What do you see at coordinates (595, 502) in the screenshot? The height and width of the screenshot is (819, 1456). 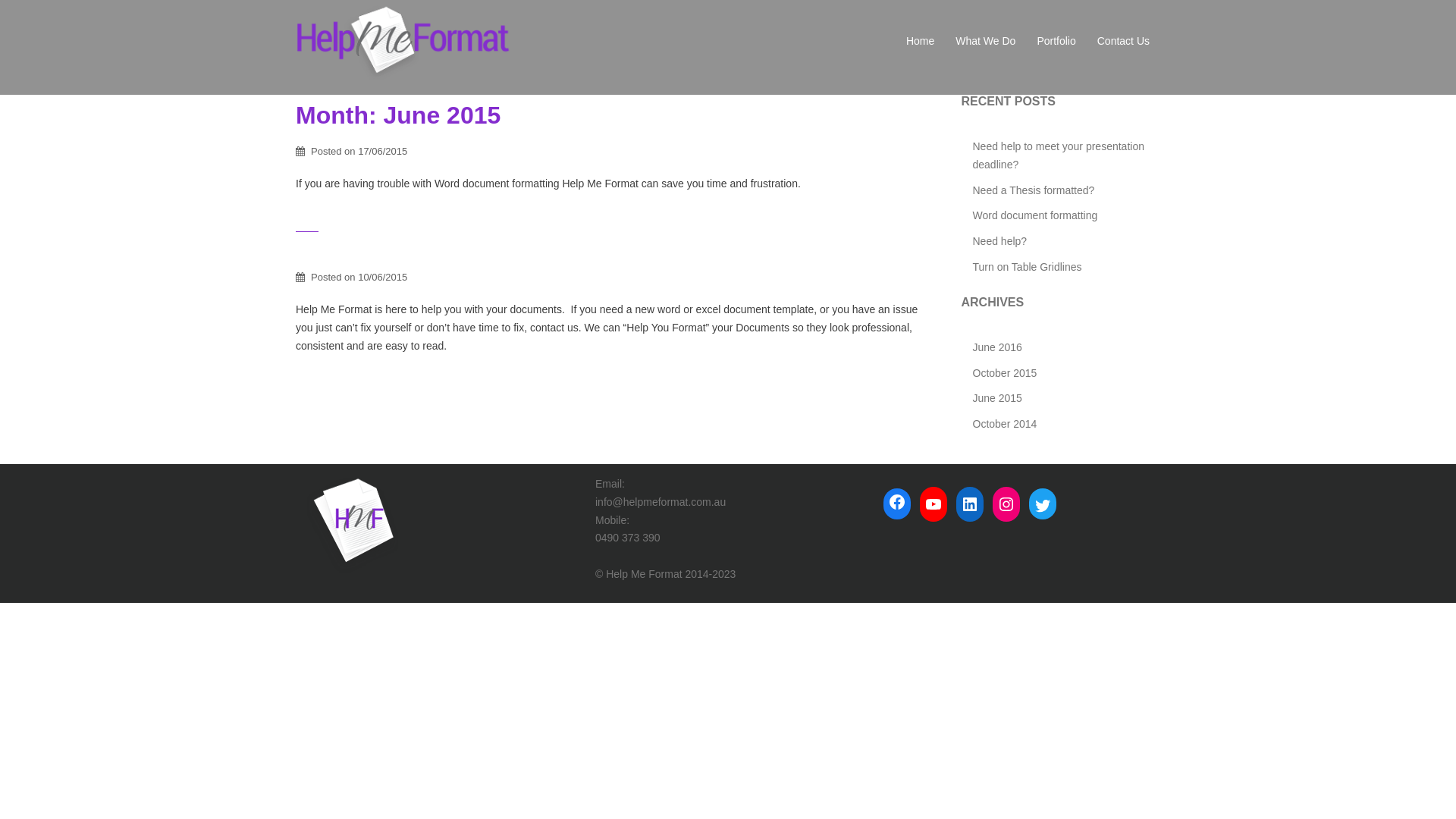 I see `'info@helpmeformat.com.au'` at bounding box center [595, 502].